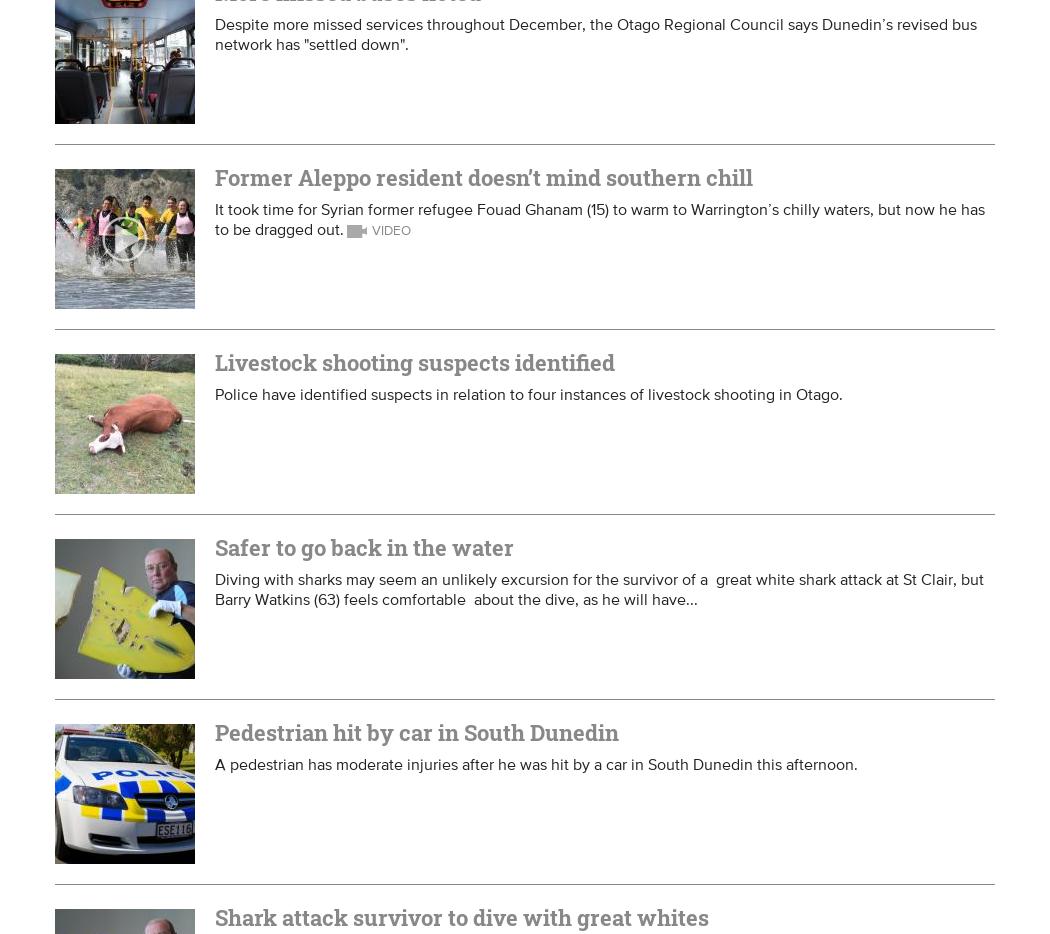 The height and width of the screenshot is (934, 1050). What do you see at coordinates (415, 732) in the screenshot?
I see `'Pedestrian hit by car in South Dunedin'` at bounding box center [415, 732].